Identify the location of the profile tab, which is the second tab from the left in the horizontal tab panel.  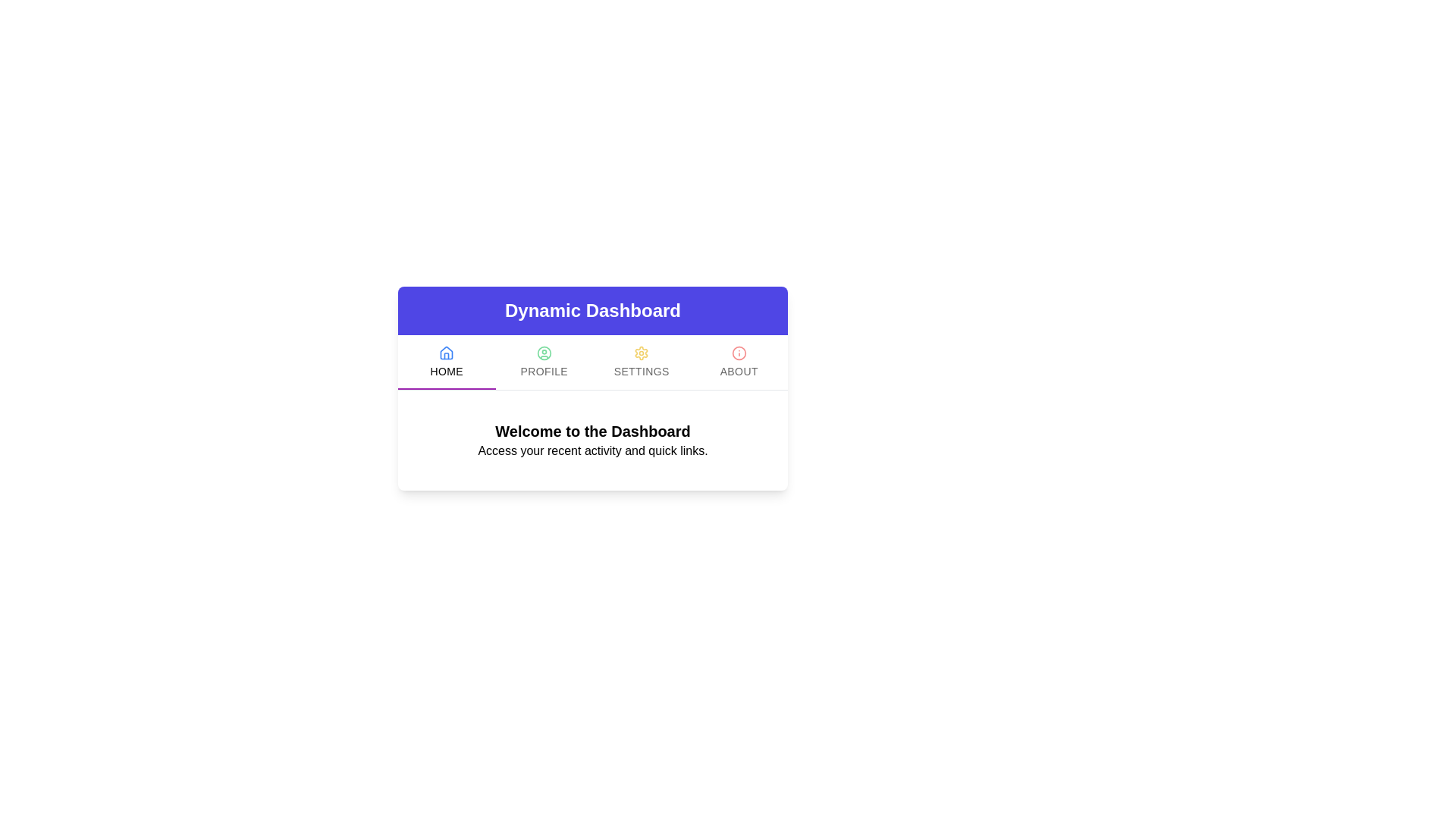
(544, 362).